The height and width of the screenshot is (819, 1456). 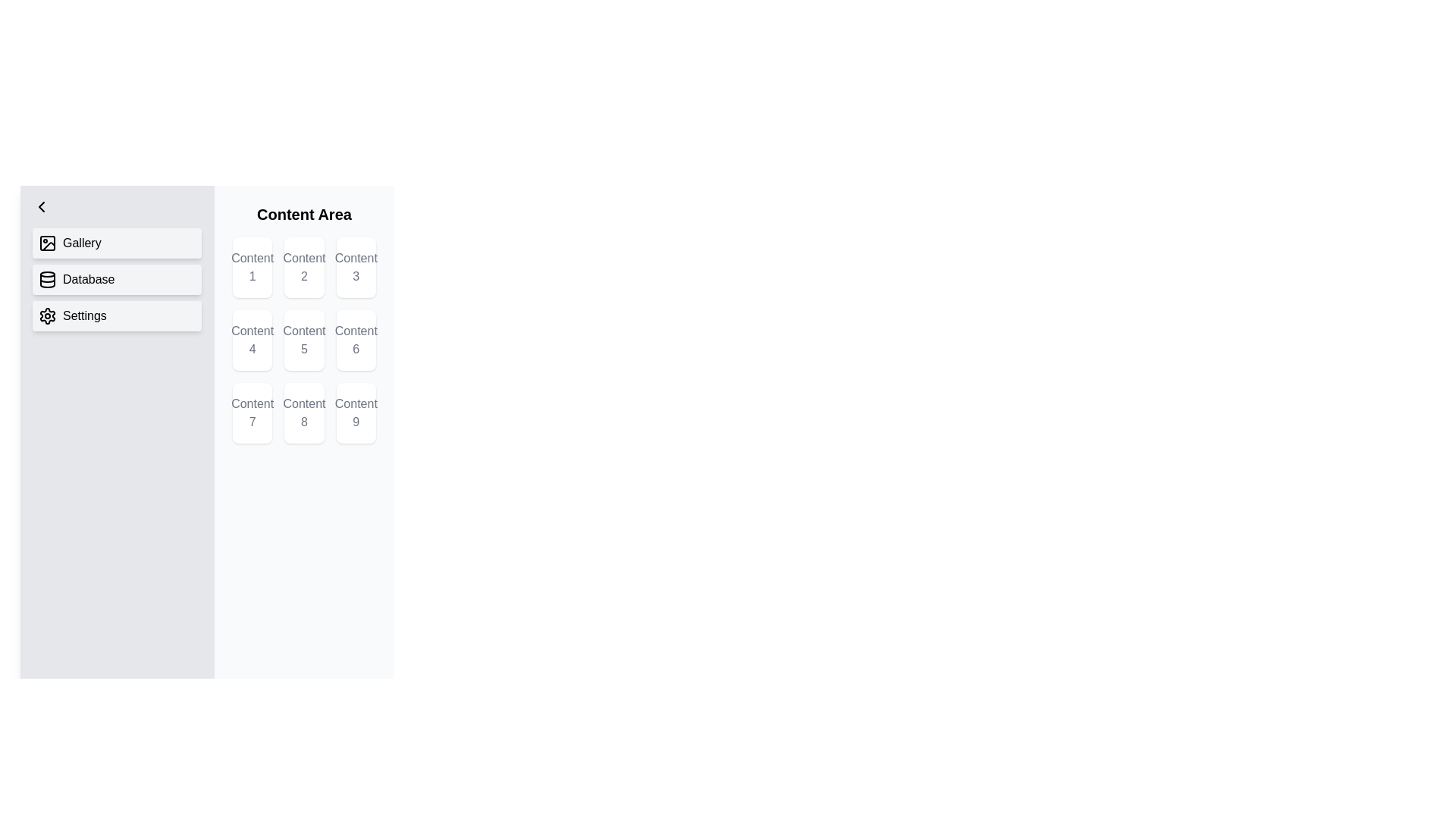 What do you see at coordinates (47, 315) in the screenshot?
I see `the 'Settings' icon located in the left-hand vertical navigation column` at bounding box center [47, 315].